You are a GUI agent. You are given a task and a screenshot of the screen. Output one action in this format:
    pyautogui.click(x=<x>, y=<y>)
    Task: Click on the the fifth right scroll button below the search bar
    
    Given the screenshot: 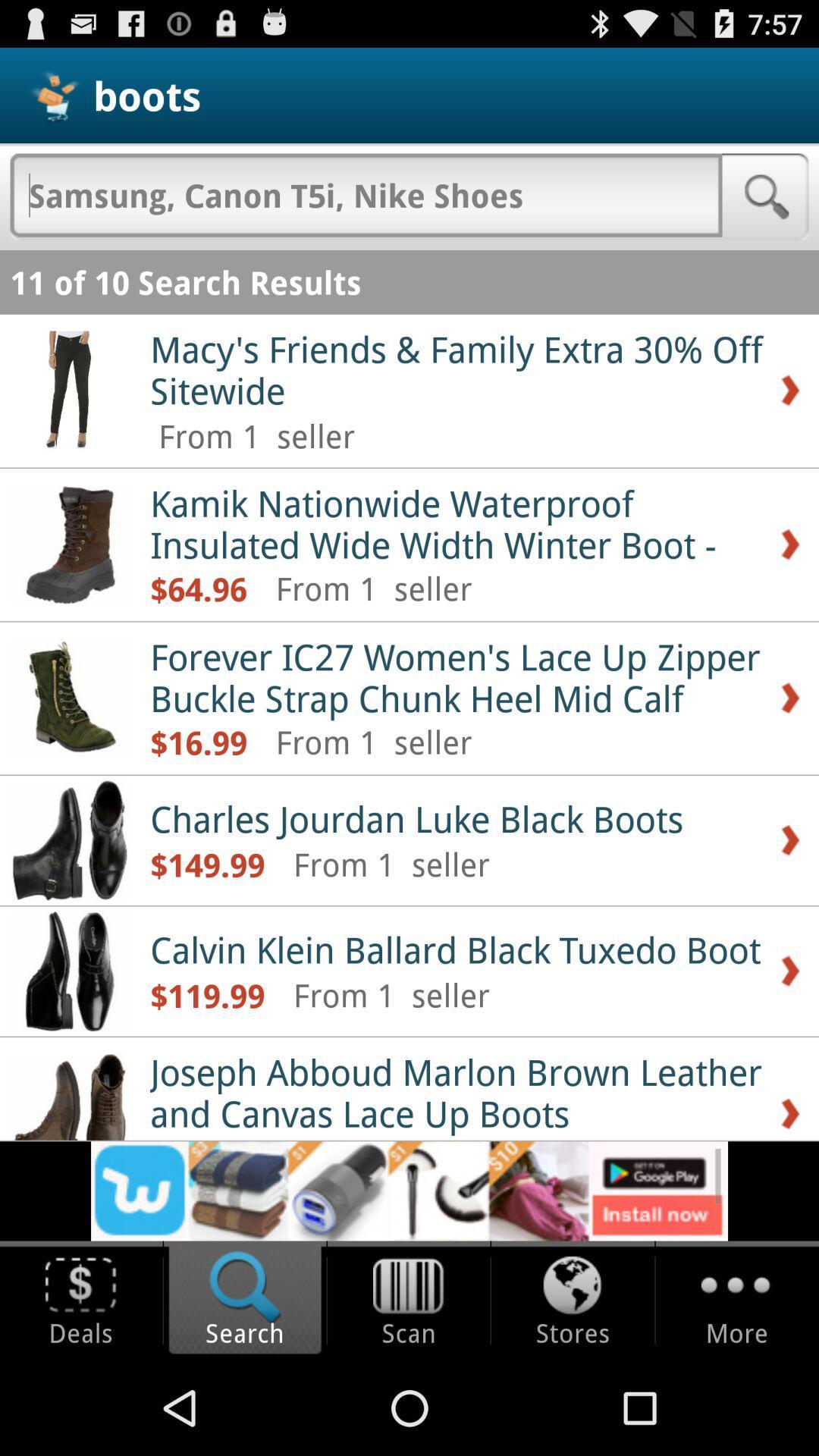 What is the action you would take?
    pyautogui.click(x=789, y=971)
    